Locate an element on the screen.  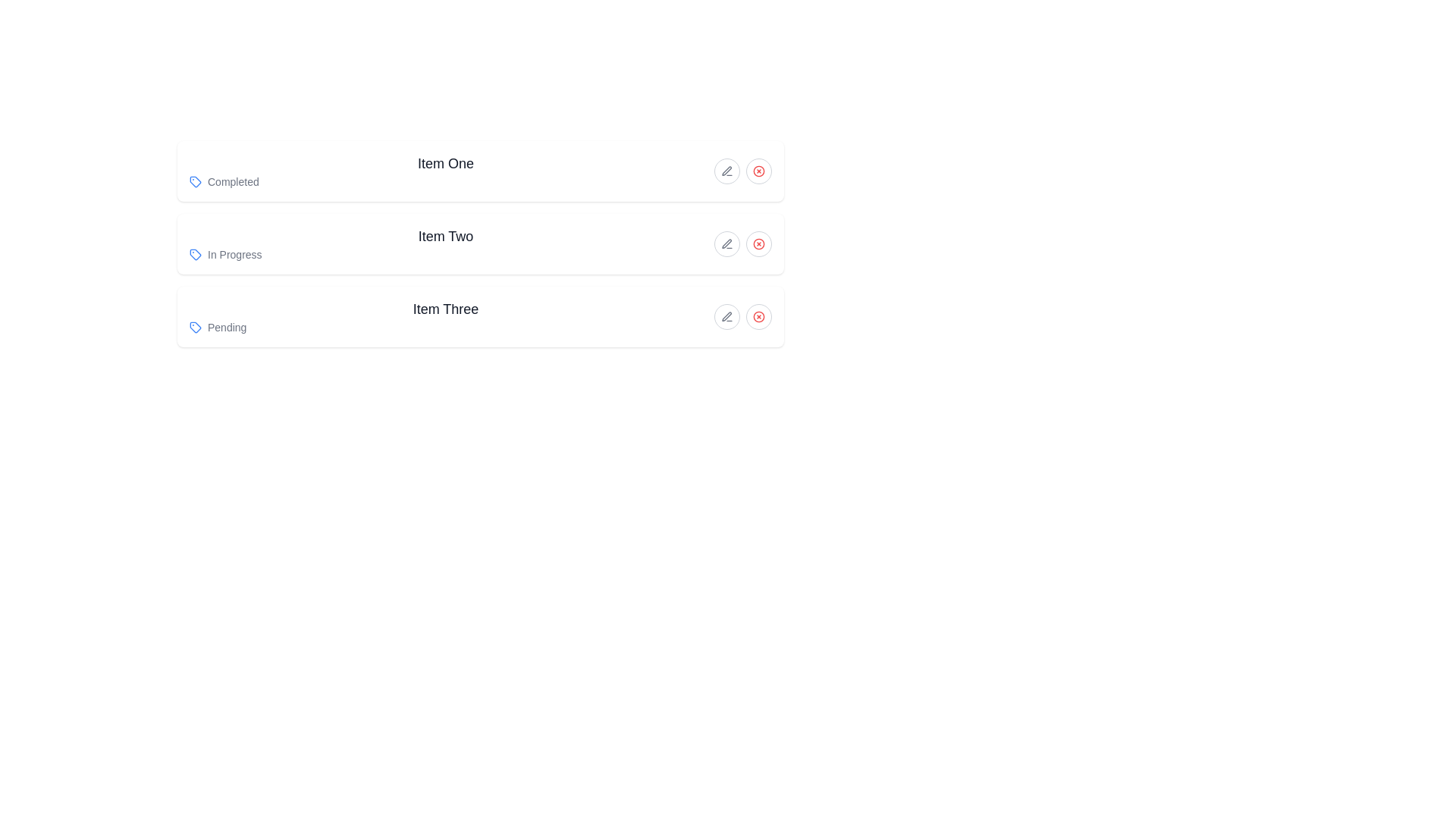
the first list item that represents an actionable or informational item with the status 'Completed' is located at coordinates (479, 171).